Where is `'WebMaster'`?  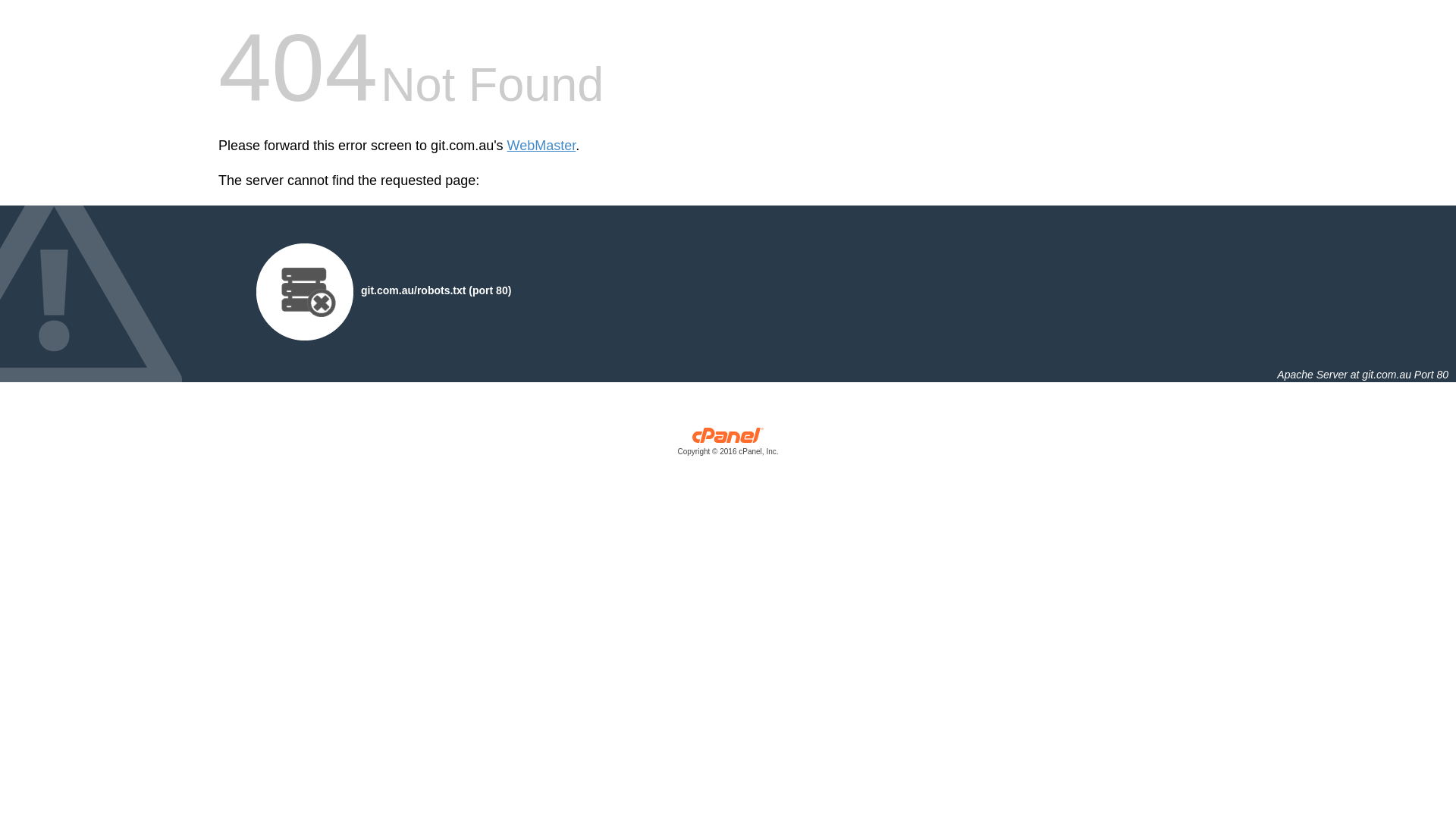 'WebMaster' is located at coordinates (541, 146).